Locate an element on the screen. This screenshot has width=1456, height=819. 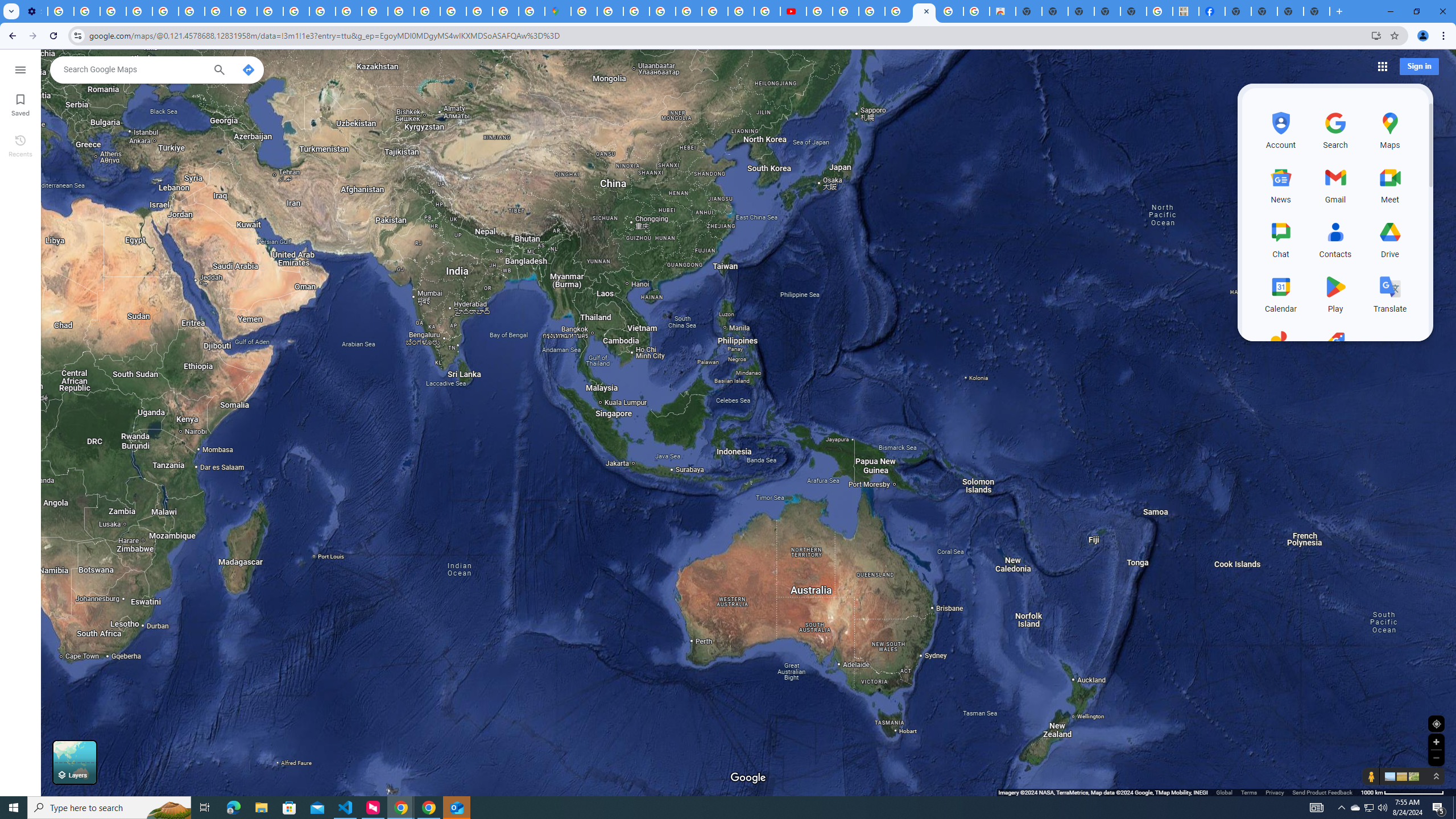
'How Chrome protects your passwords - Google Chrome Help' is located at coordinates (818, 11).